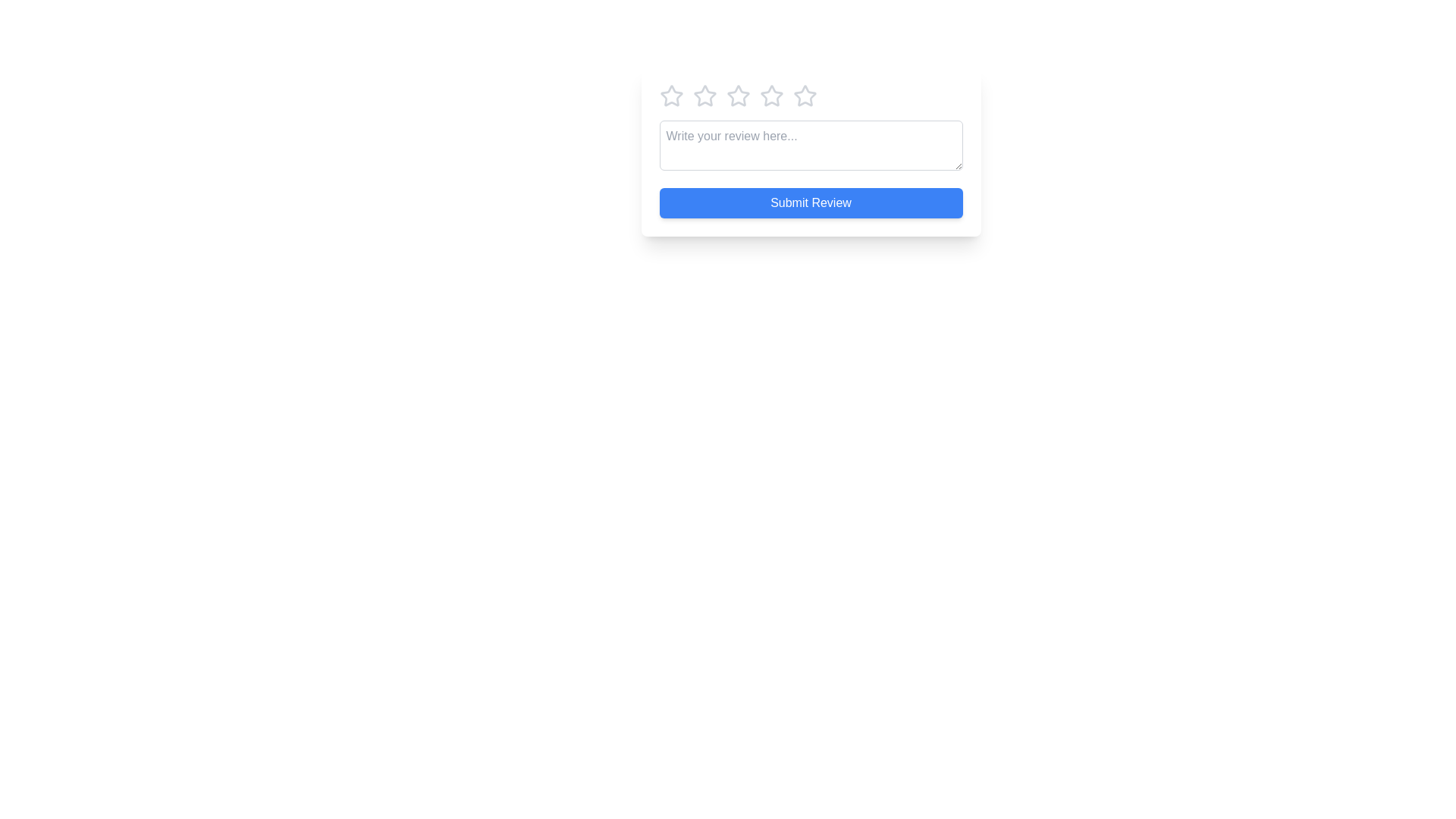 The height and width of the screenshot is (819, 1456). Describe the element at coordinates (804, 96) in the screenshot. I see `the fourth star icon in the rating system` at that location.